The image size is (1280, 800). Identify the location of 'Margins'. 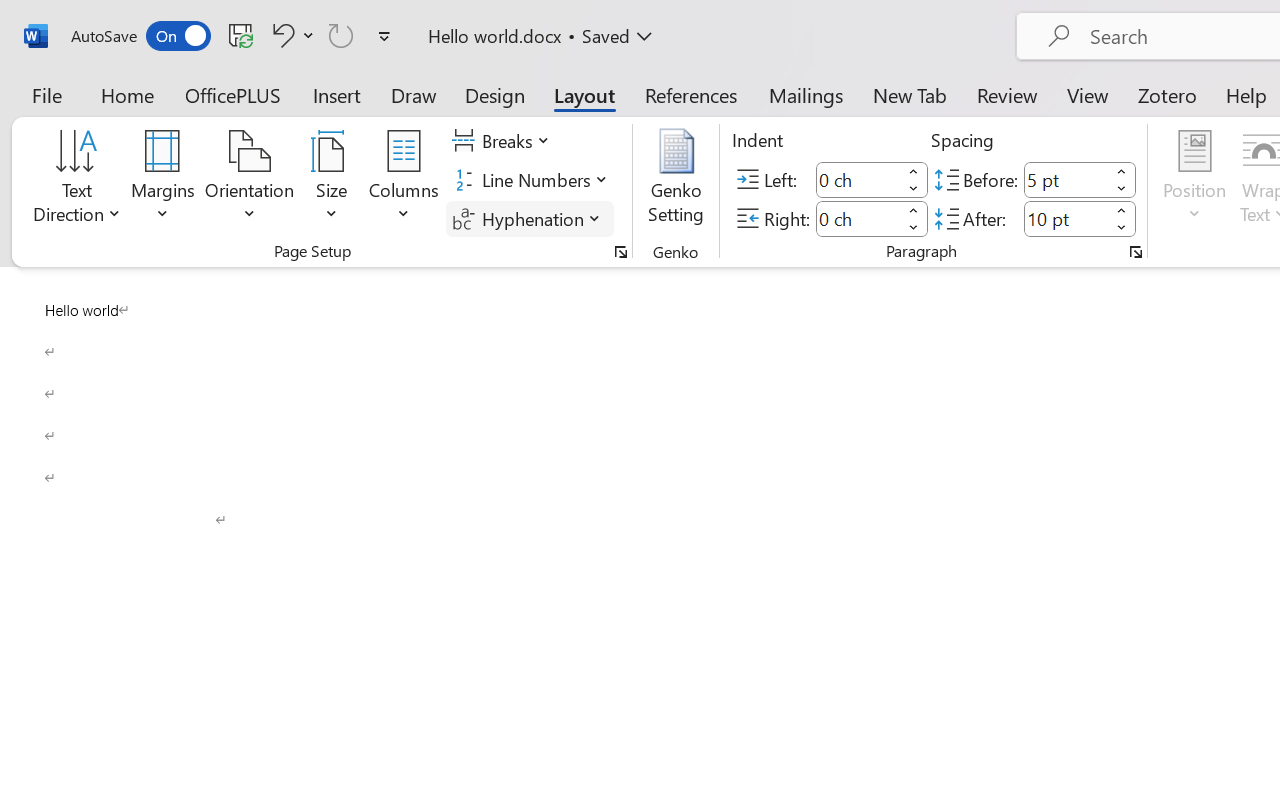
(163, 179).